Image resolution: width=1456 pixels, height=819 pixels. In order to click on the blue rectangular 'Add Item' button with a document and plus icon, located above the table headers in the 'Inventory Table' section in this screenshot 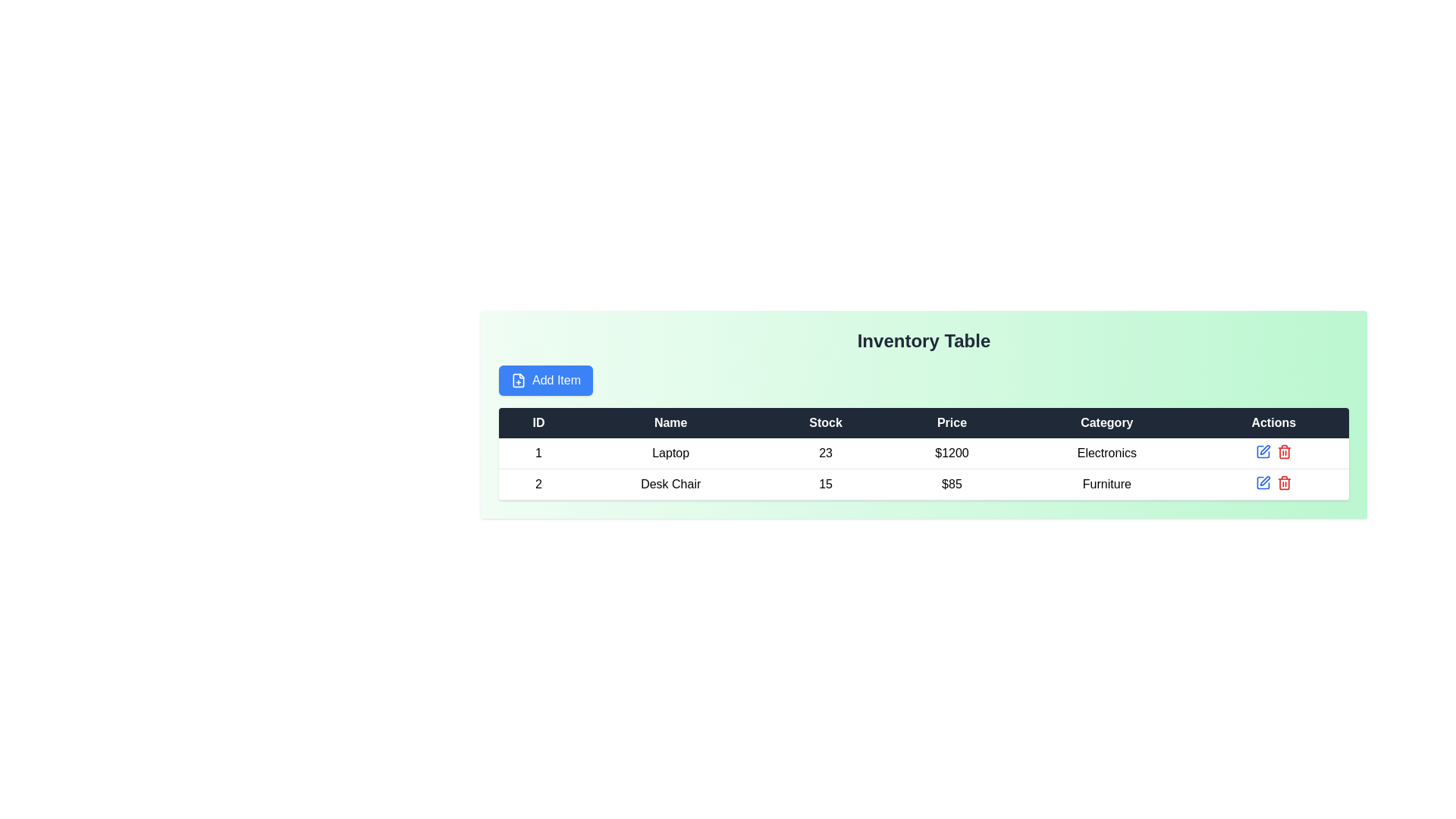, I will do `click(546, 379)`.